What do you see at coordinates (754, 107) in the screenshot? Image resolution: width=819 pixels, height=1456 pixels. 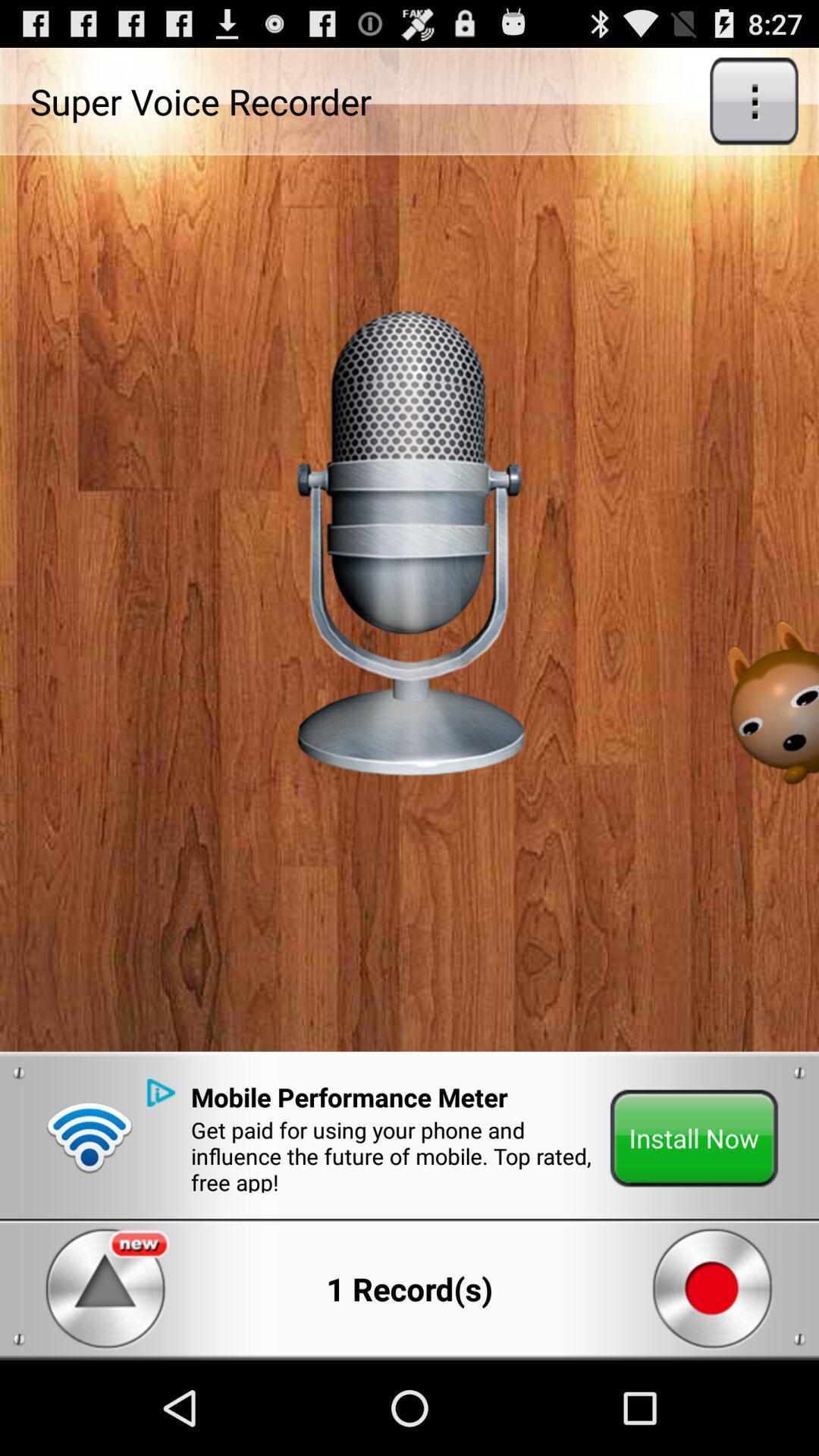 I see `the more icon` at bounding box center [754, 107].